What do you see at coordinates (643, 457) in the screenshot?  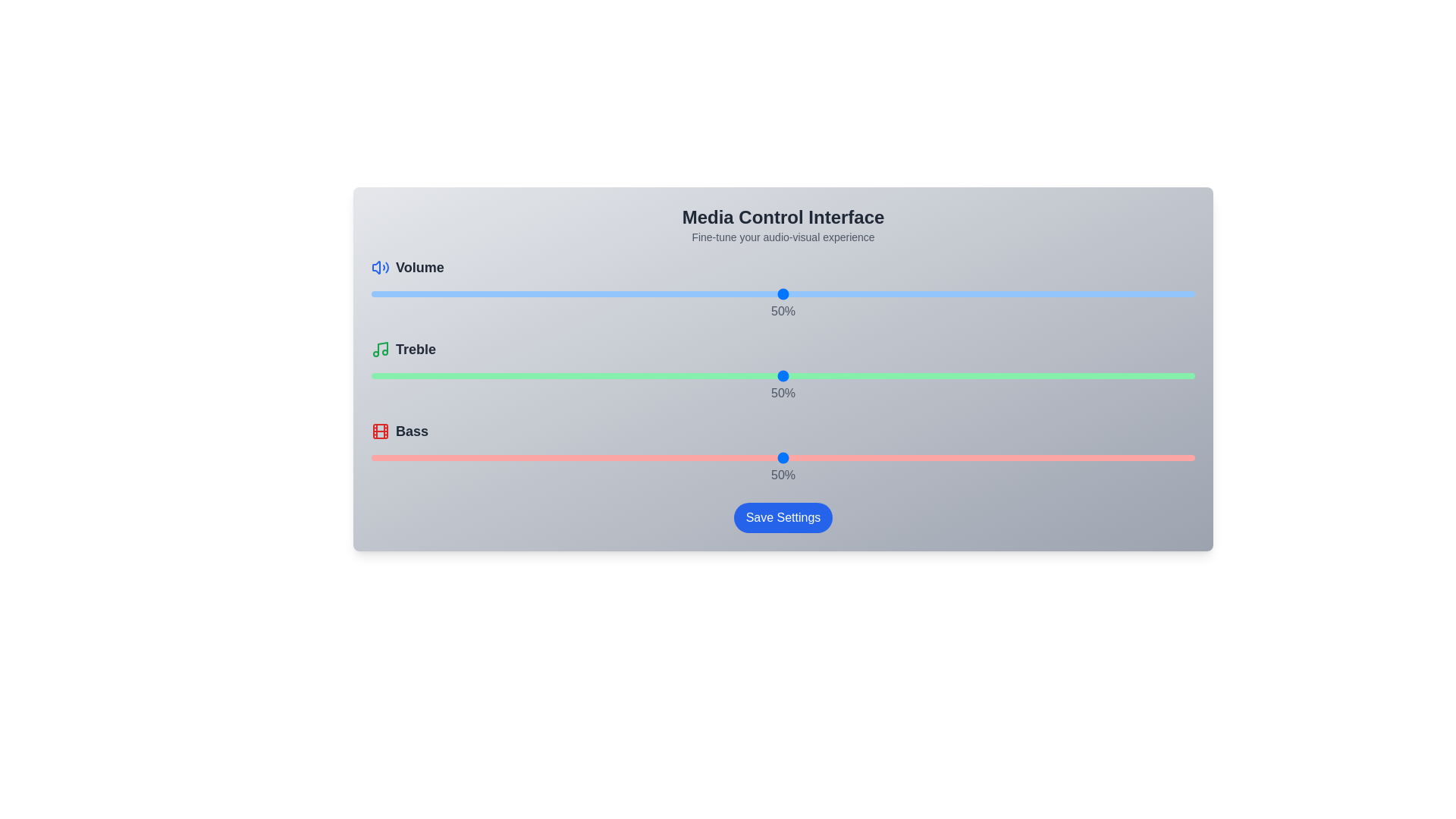 I see `bass level` at bounding box center [643, 457].